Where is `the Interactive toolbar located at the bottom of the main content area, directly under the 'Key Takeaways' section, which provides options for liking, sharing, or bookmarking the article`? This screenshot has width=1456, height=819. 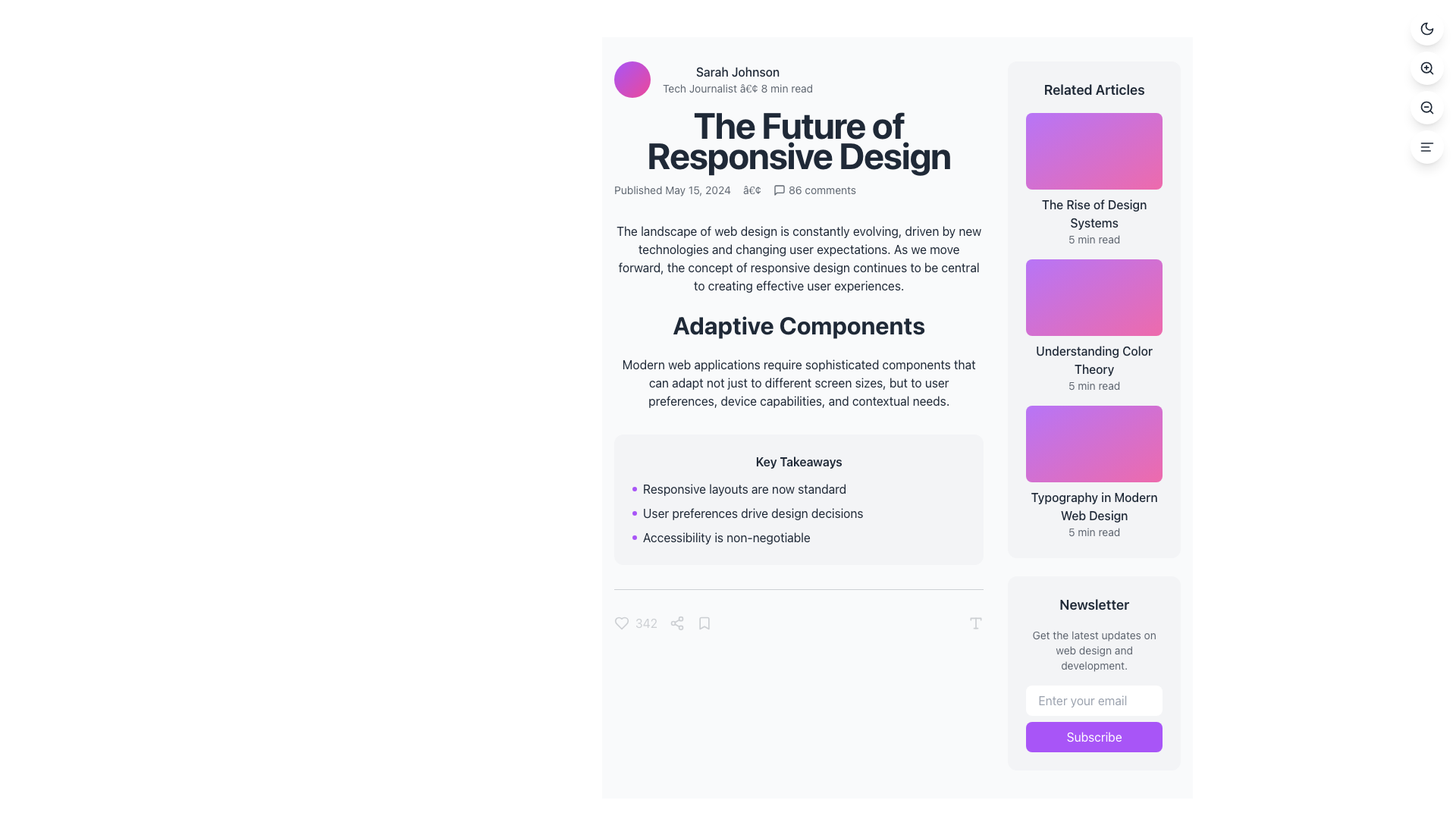 the Interactive toolbar located at the bottom of the main content area, directly under the 'Key Takeaways' section, which provides options for liking, sharing, or bookmarking the article is located at coordinates (798, 610).